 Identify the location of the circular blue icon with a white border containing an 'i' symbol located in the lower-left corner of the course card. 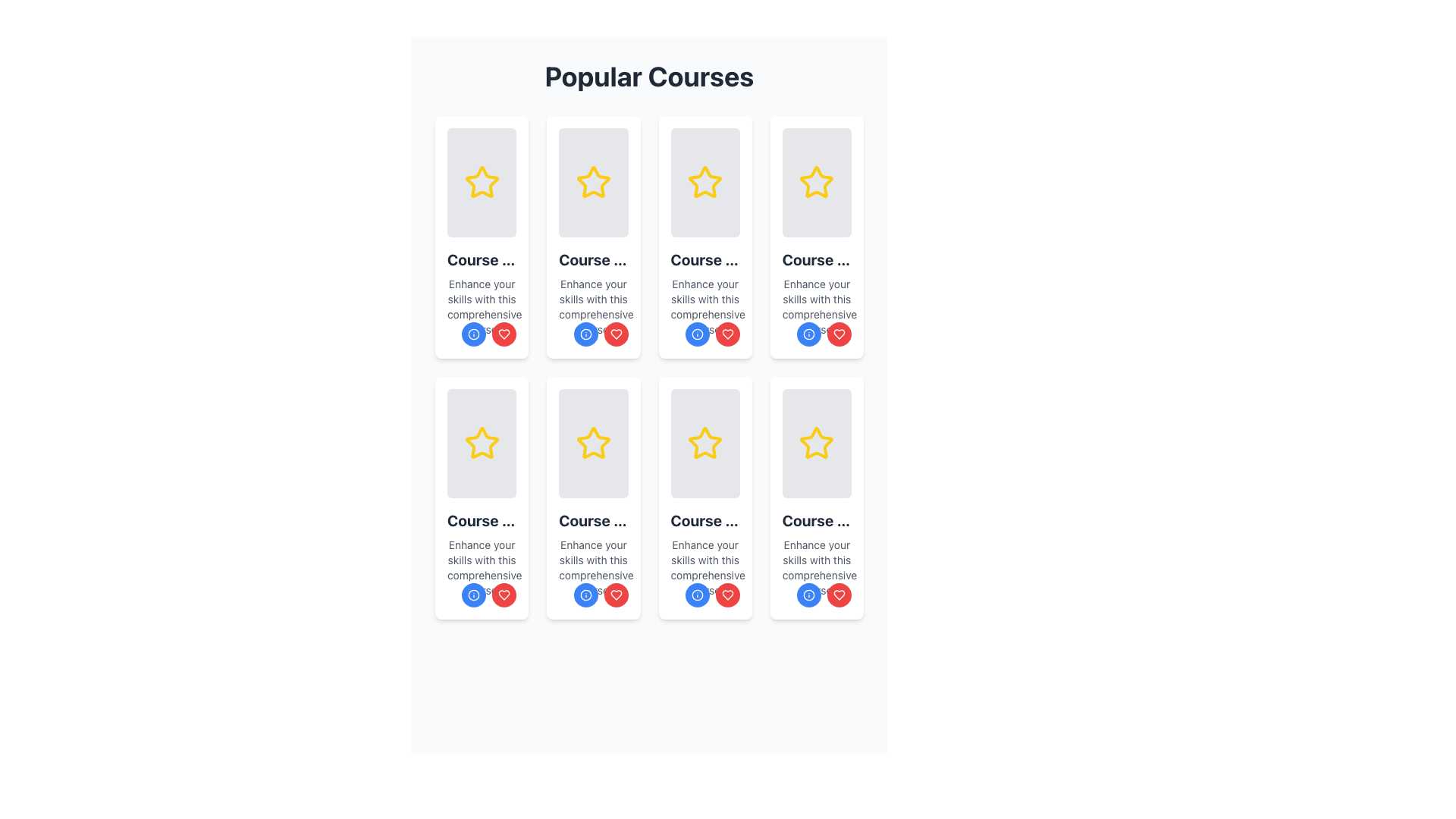
(473, 333).